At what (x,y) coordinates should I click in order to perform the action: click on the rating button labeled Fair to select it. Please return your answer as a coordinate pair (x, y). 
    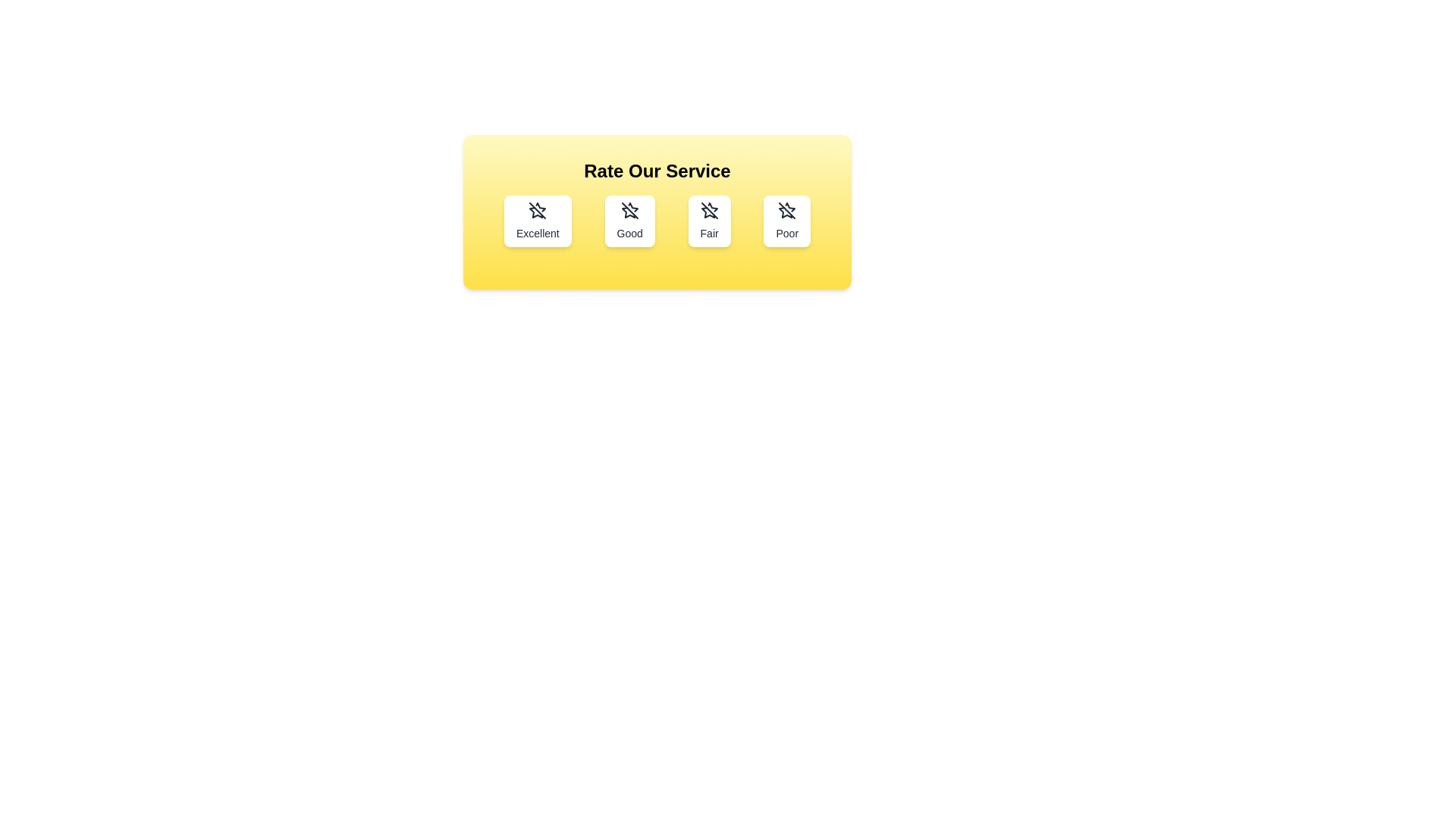
    Looking at the image, I should click on (708, 221).